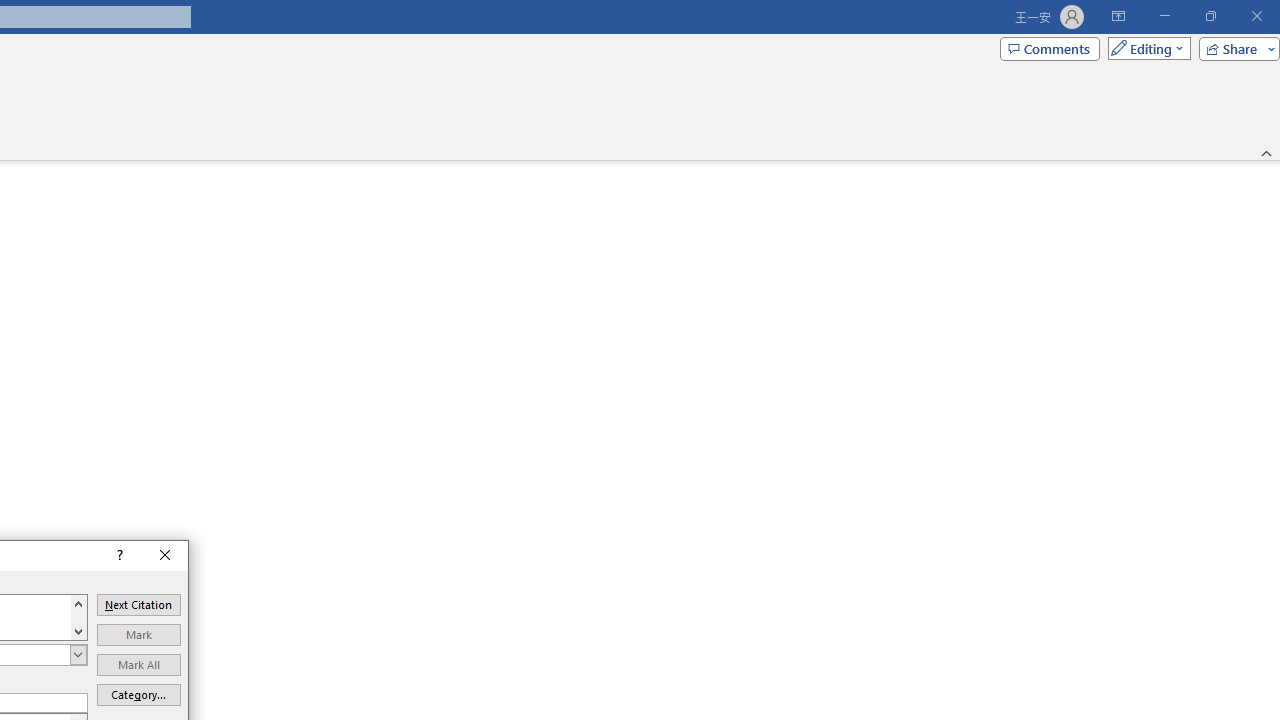 This screenshot has height=720, width=1280. What do you see at coordinates (137, 635) in the screenshot?
I see `'Mark'` at bounding box center [137, 635].